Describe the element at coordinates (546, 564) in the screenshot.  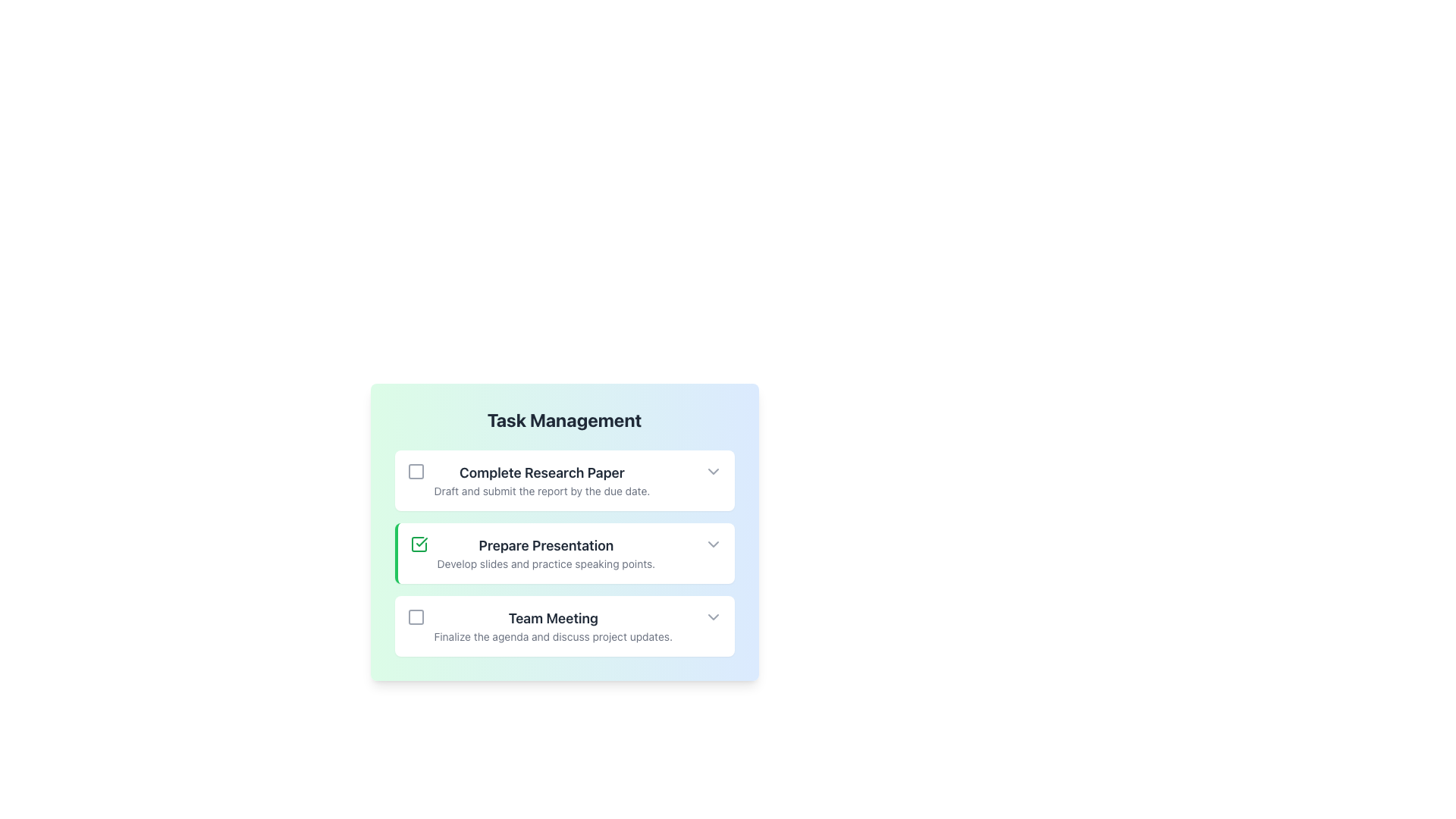
I see `the static text element that provides additional information regarding the task labeled 'Prepare Presentation'` at that location.